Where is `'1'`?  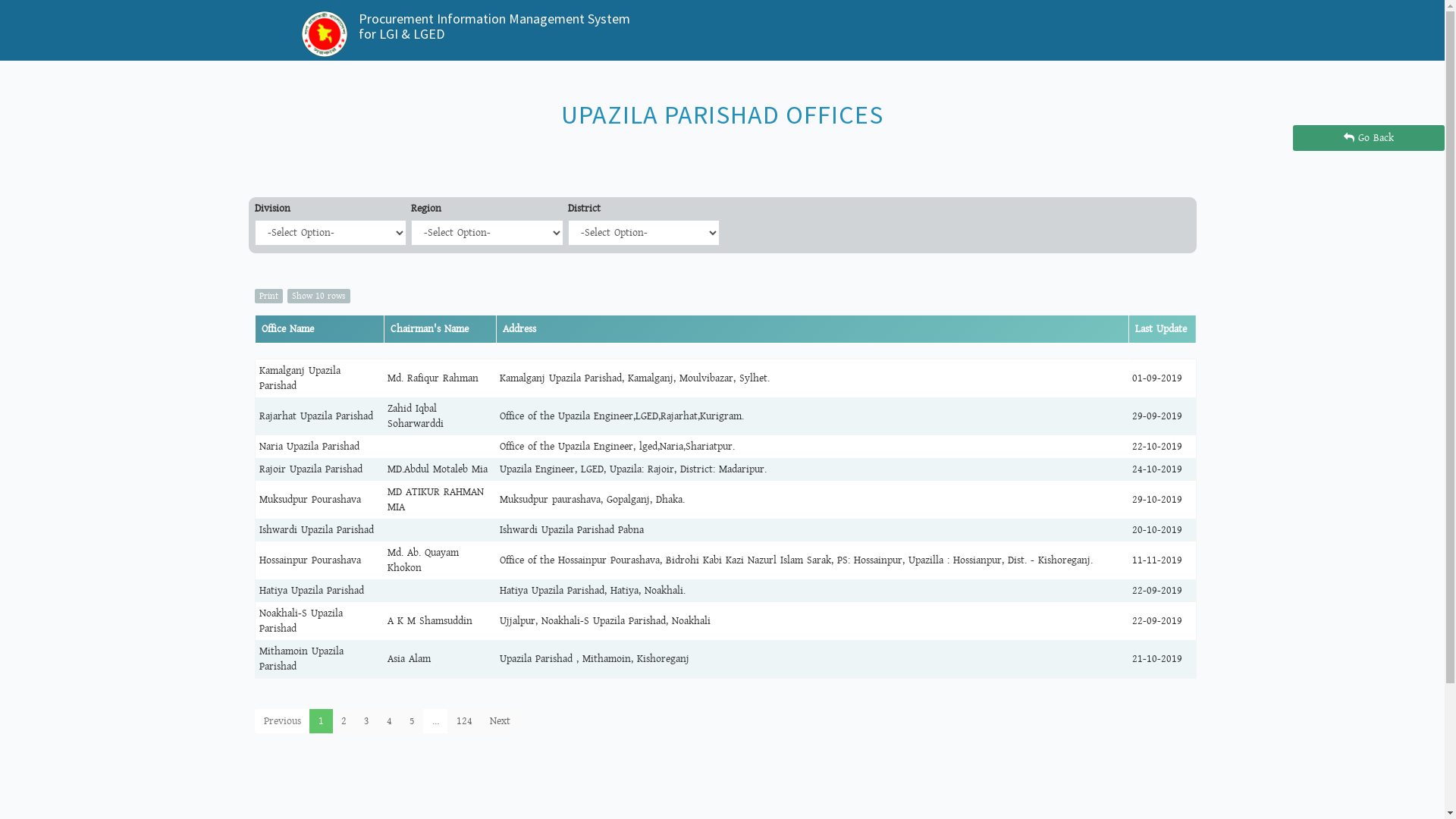 '1' is located at coordinates (320, 720).